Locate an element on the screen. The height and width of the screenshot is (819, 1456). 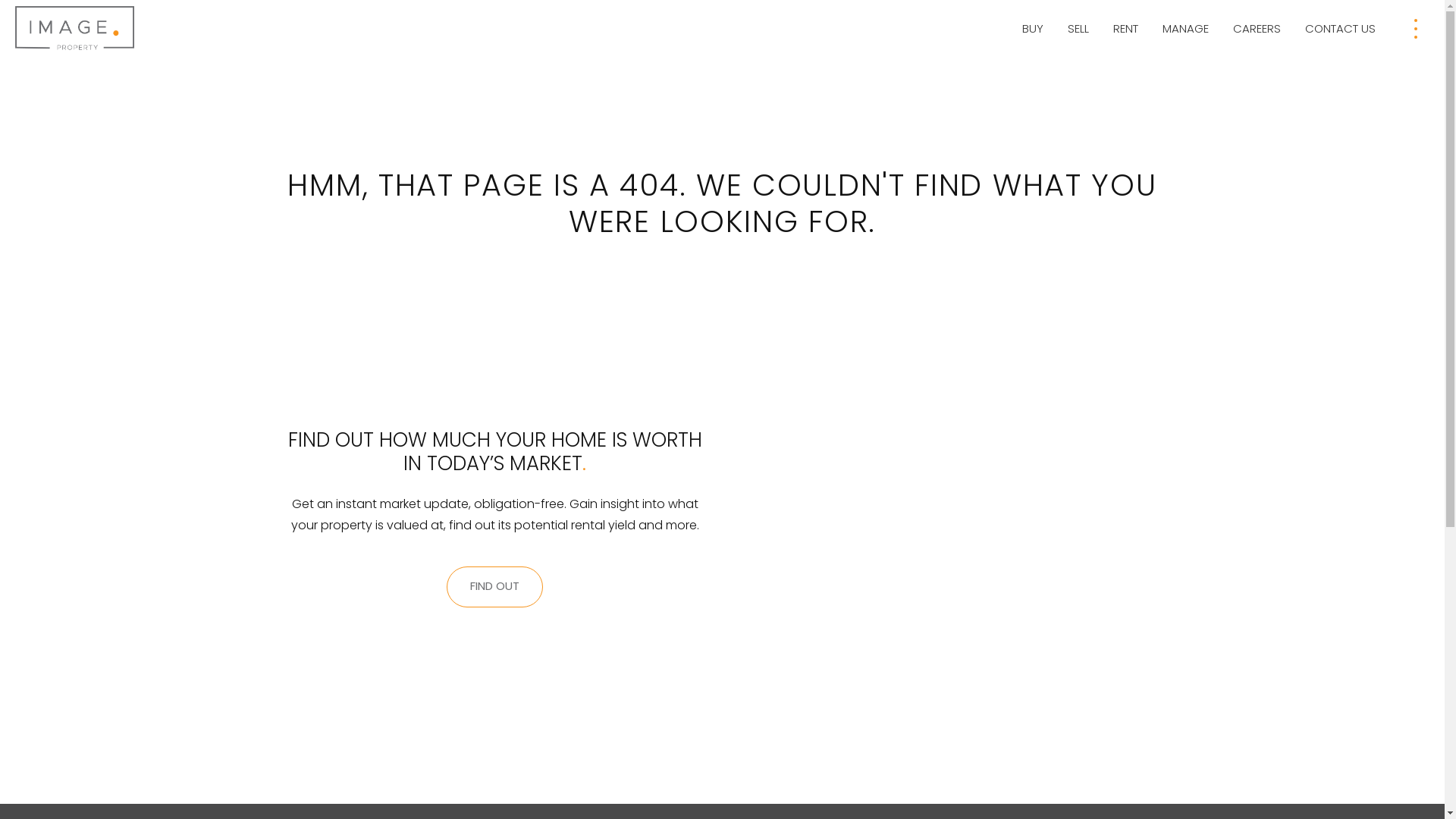
'BUY' is located at coordinates (1032, 29).